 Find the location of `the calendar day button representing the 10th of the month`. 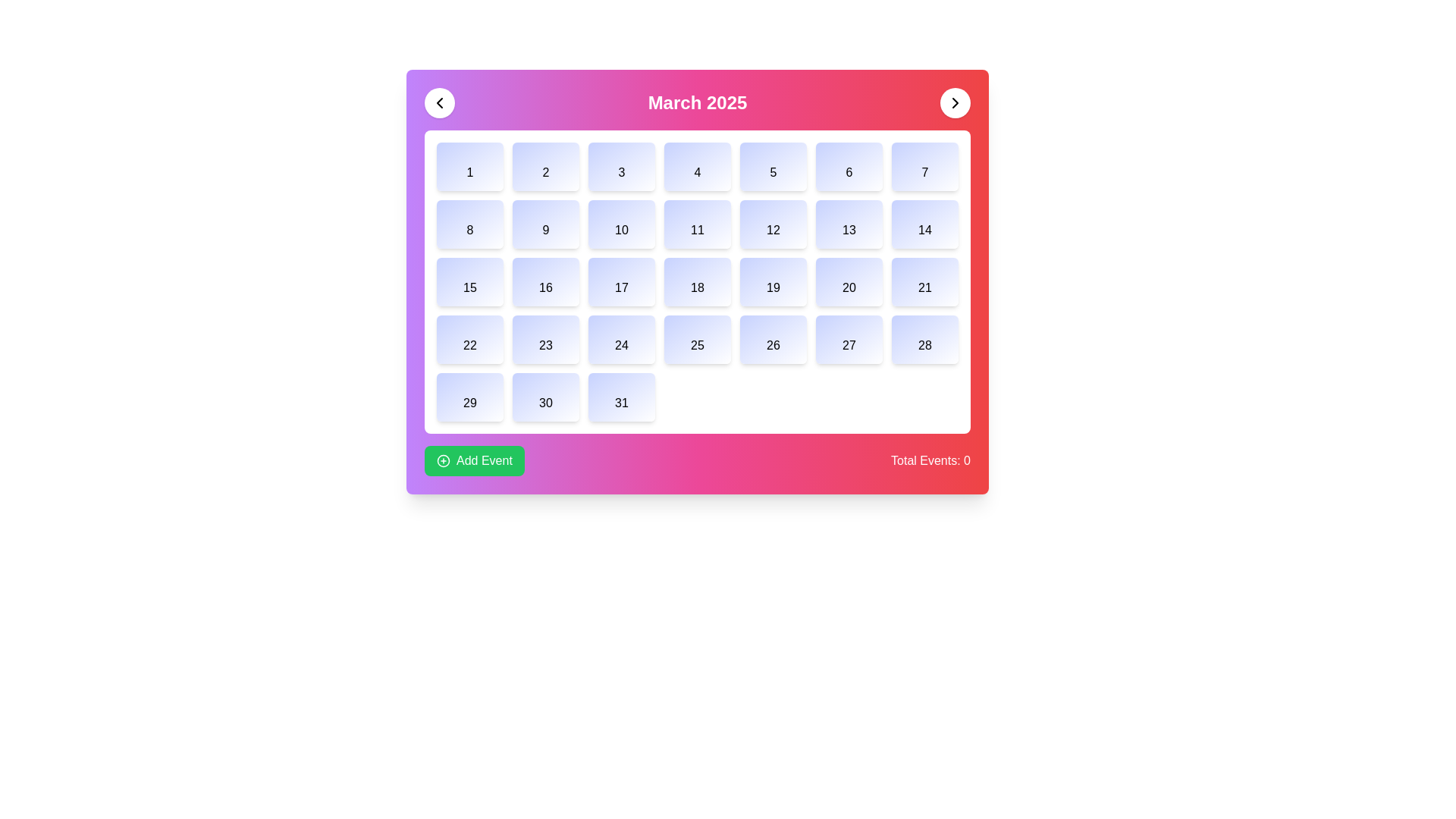

the calendar day button representing the 10th of the month is located at coordinates (622, 224).